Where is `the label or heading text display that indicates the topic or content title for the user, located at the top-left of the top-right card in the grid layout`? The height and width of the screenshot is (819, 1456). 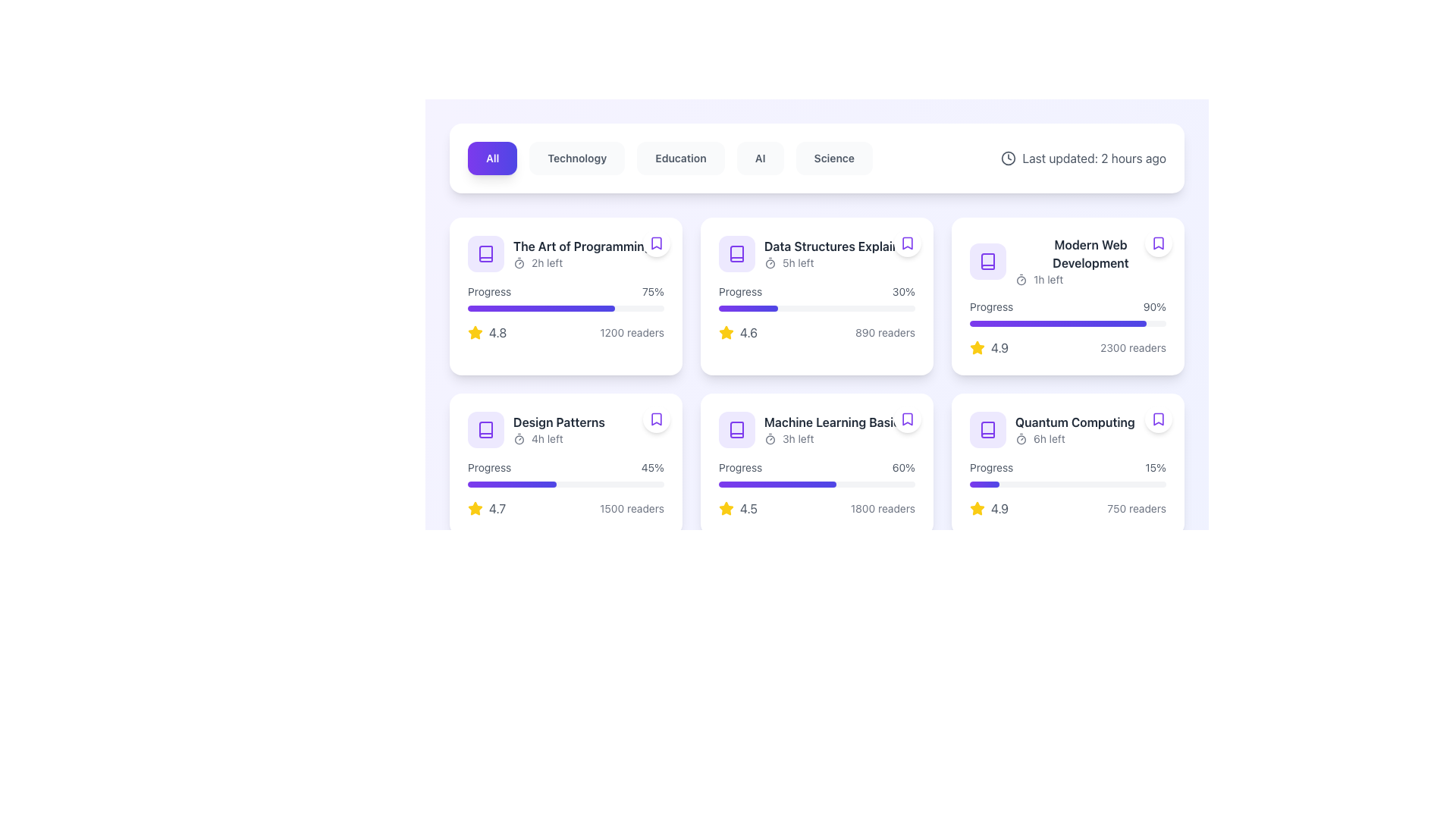
the label or heading text display that indicates the topic or content title for the user, located at the top-left of the top-right card in the grid layout is located at coordinates (1090, 253).